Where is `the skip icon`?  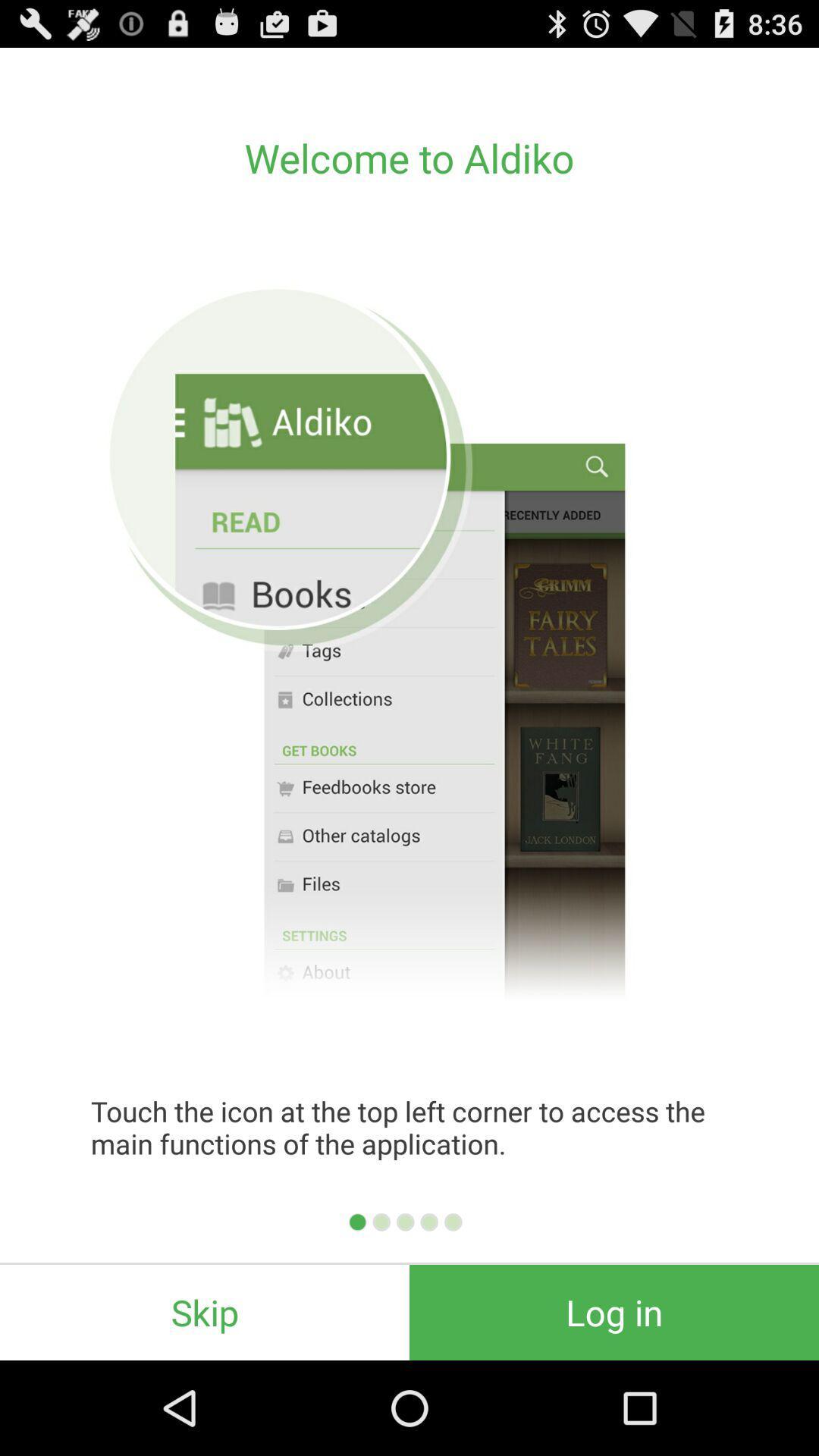
the skip icon is located at coordinates (205, 1312).